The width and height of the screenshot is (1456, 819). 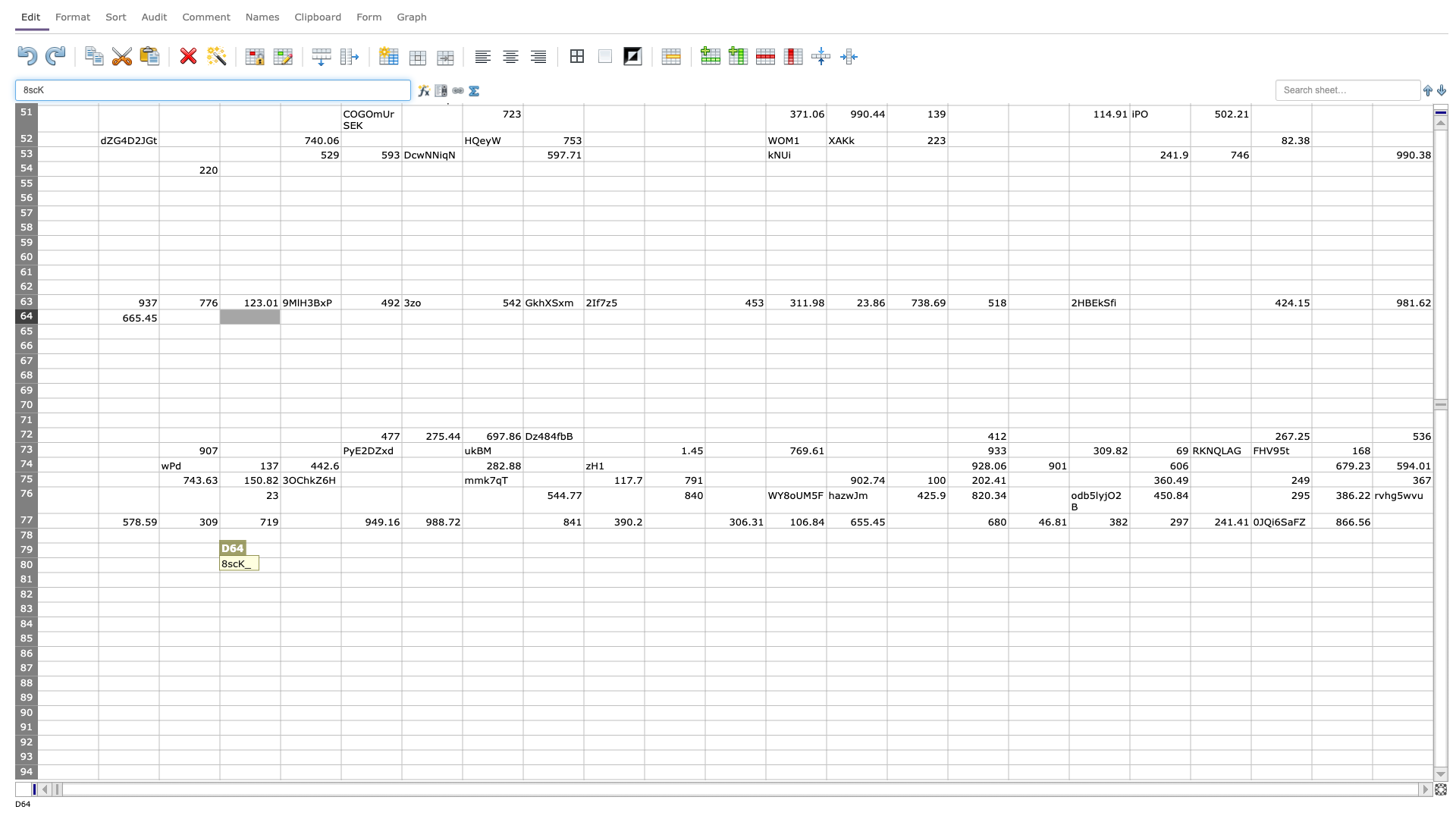 What do you see at coordinates (280, 557) in the screenshot?
I see `top left corner of E80` at bounding box center [280, 557].